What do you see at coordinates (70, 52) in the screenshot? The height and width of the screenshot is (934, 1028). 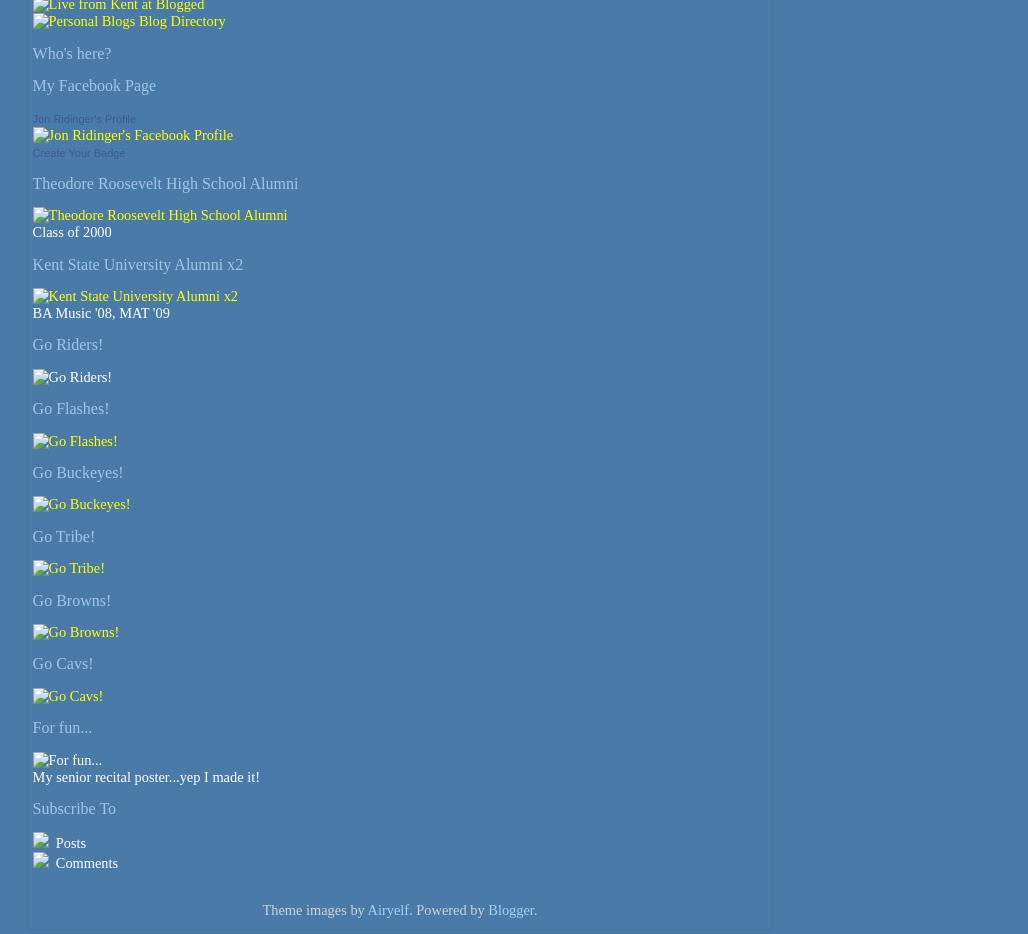 I see `'Who's here?'` at bounding box center [70, 52].